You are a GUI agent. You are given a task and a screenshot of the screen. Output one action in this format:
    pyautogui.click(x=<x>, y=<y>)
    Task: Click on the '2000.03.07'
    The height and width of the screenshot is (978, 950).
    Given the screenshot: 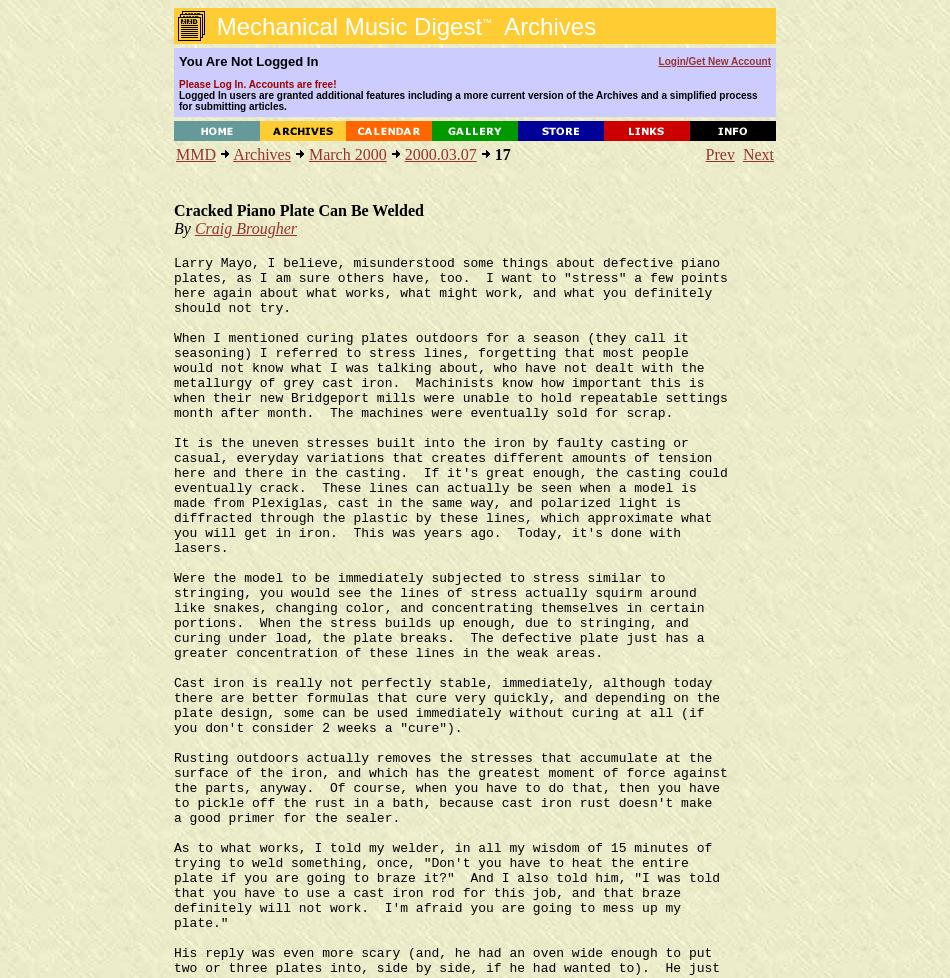 What is the action you would take?
    pyautogui.click(x=439, y=154)
    